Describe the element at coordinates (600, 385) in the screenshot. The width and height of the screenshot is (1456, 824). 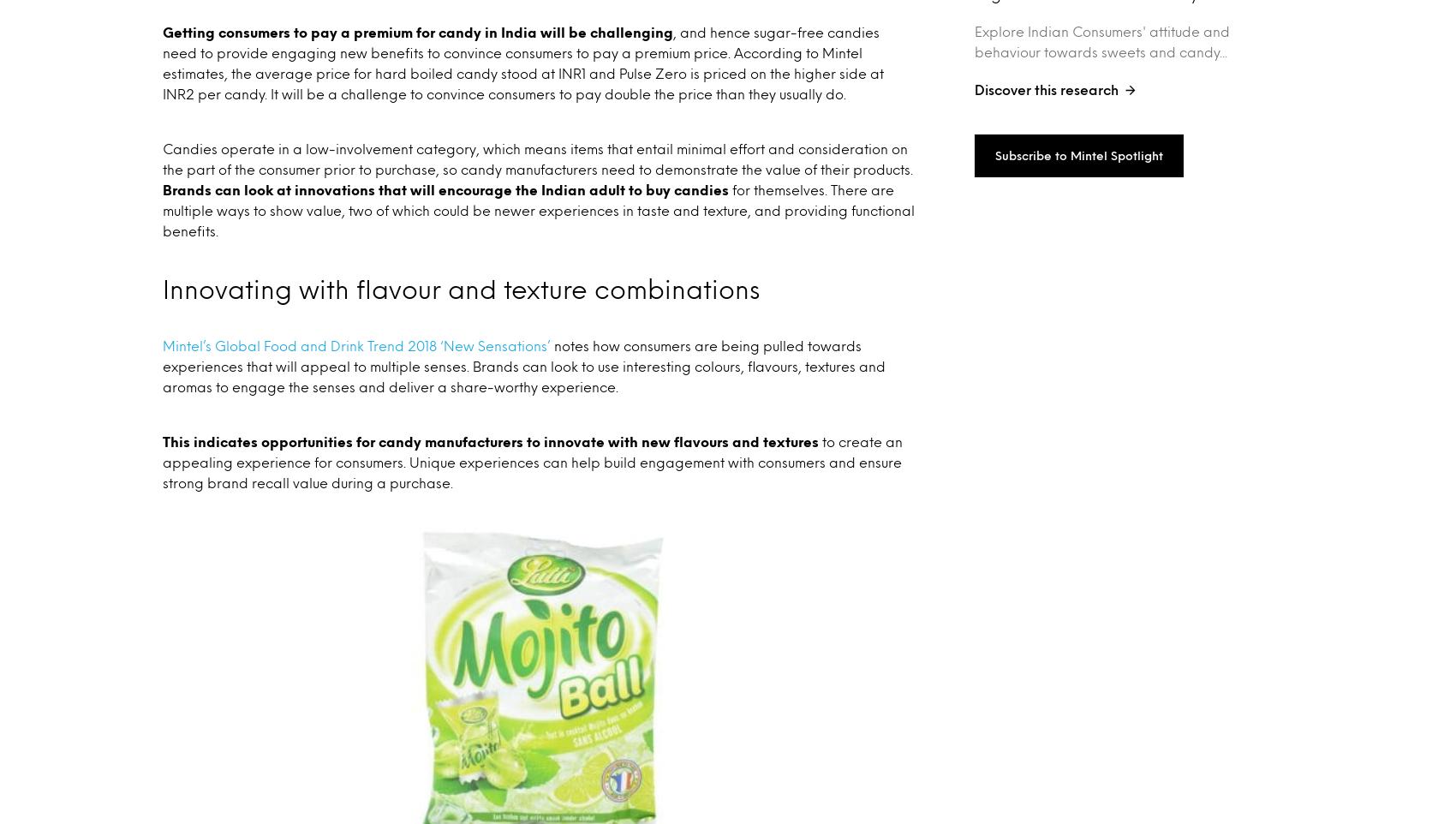
I see `'Explore what consumers want and why with Mintel Little Conversation.'` at that location.